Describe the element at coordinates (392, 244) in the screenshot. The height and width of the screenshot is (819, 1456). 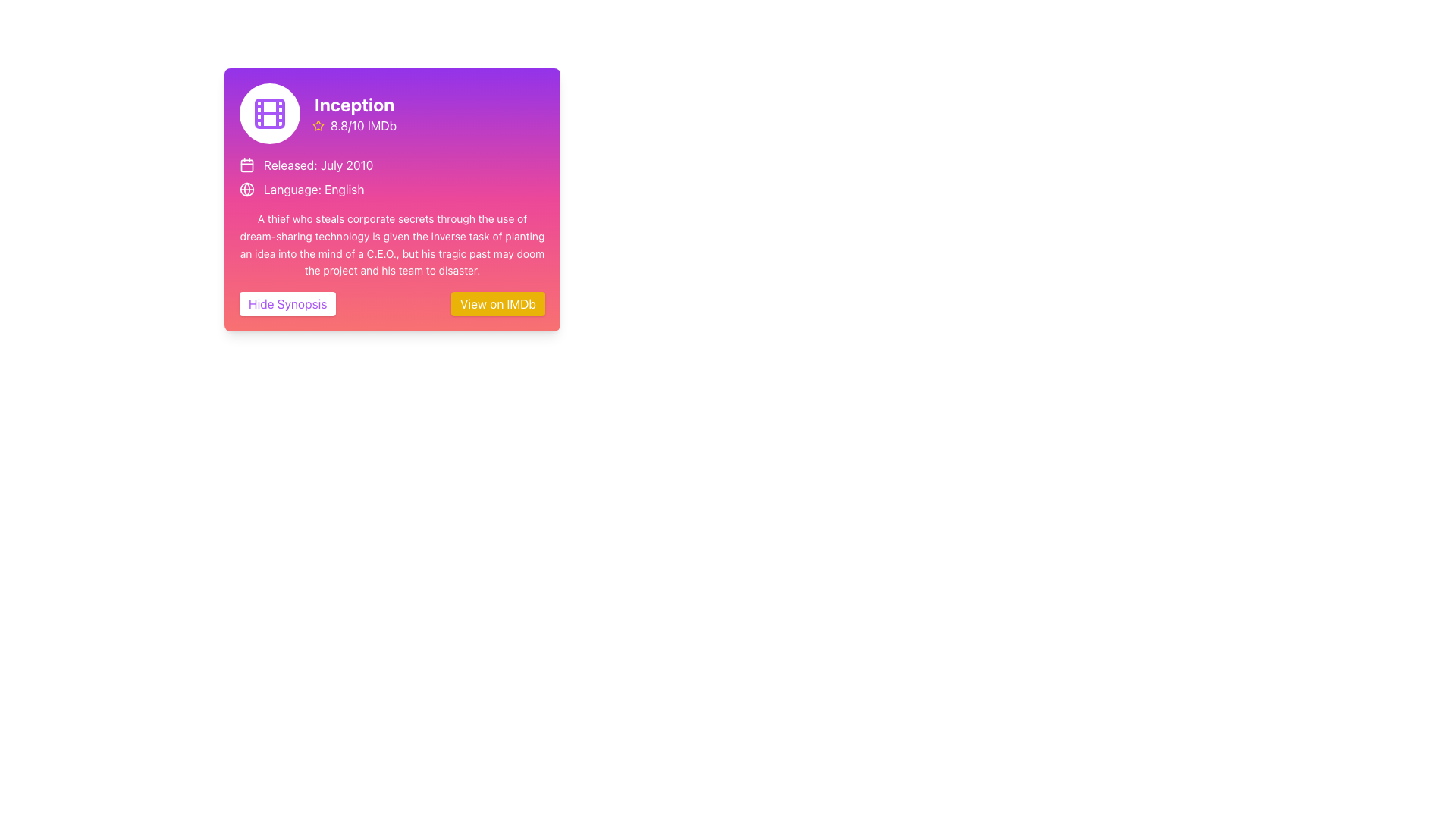
I see `the third text block in the movie card layout that provides the synopsis of the movie, located below the 'Released: July 2010' and 'Language: English' details` at that location.